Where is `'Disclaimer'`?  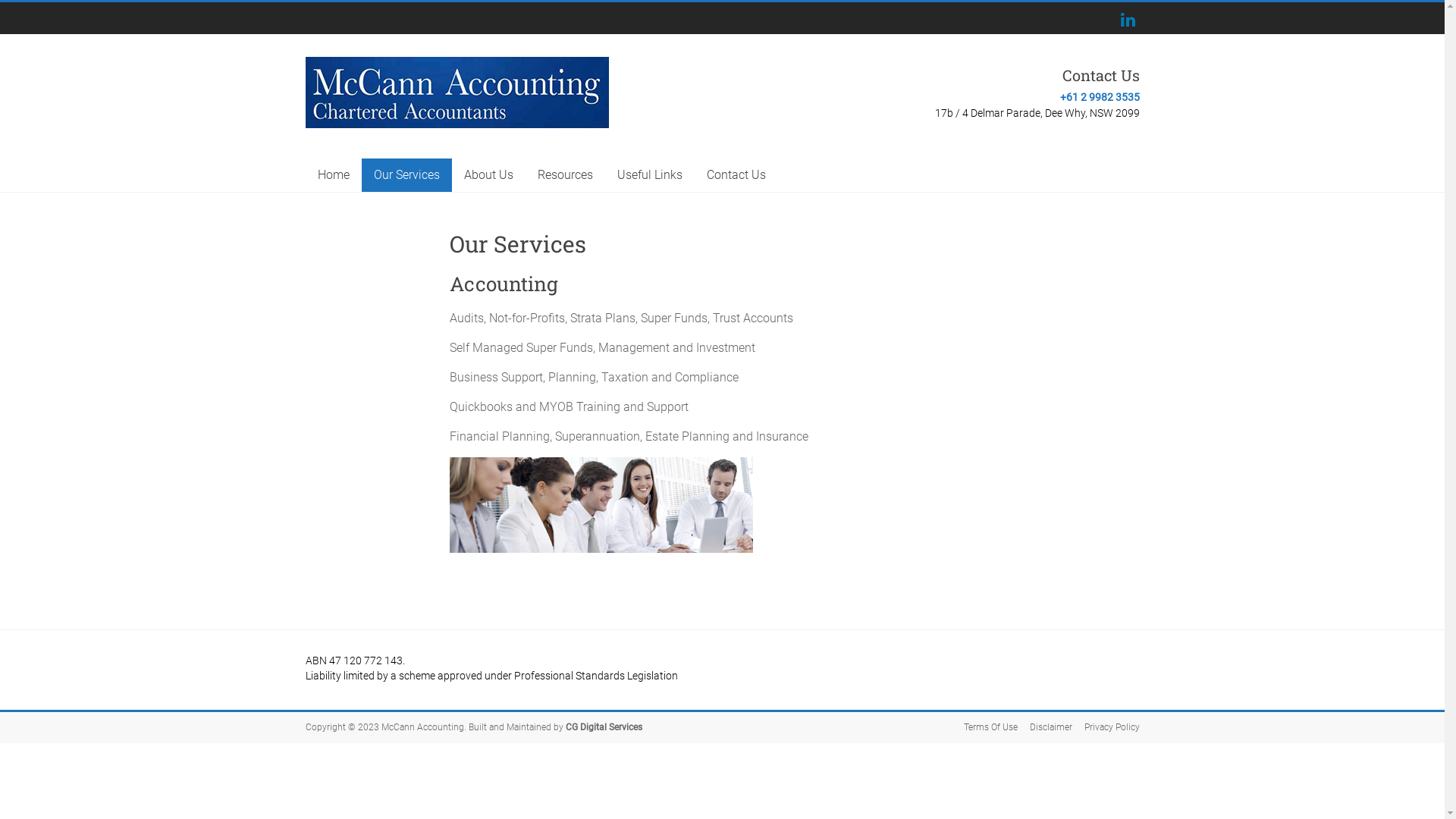
'Disclaimer' is located at coordinates (1043, 726).